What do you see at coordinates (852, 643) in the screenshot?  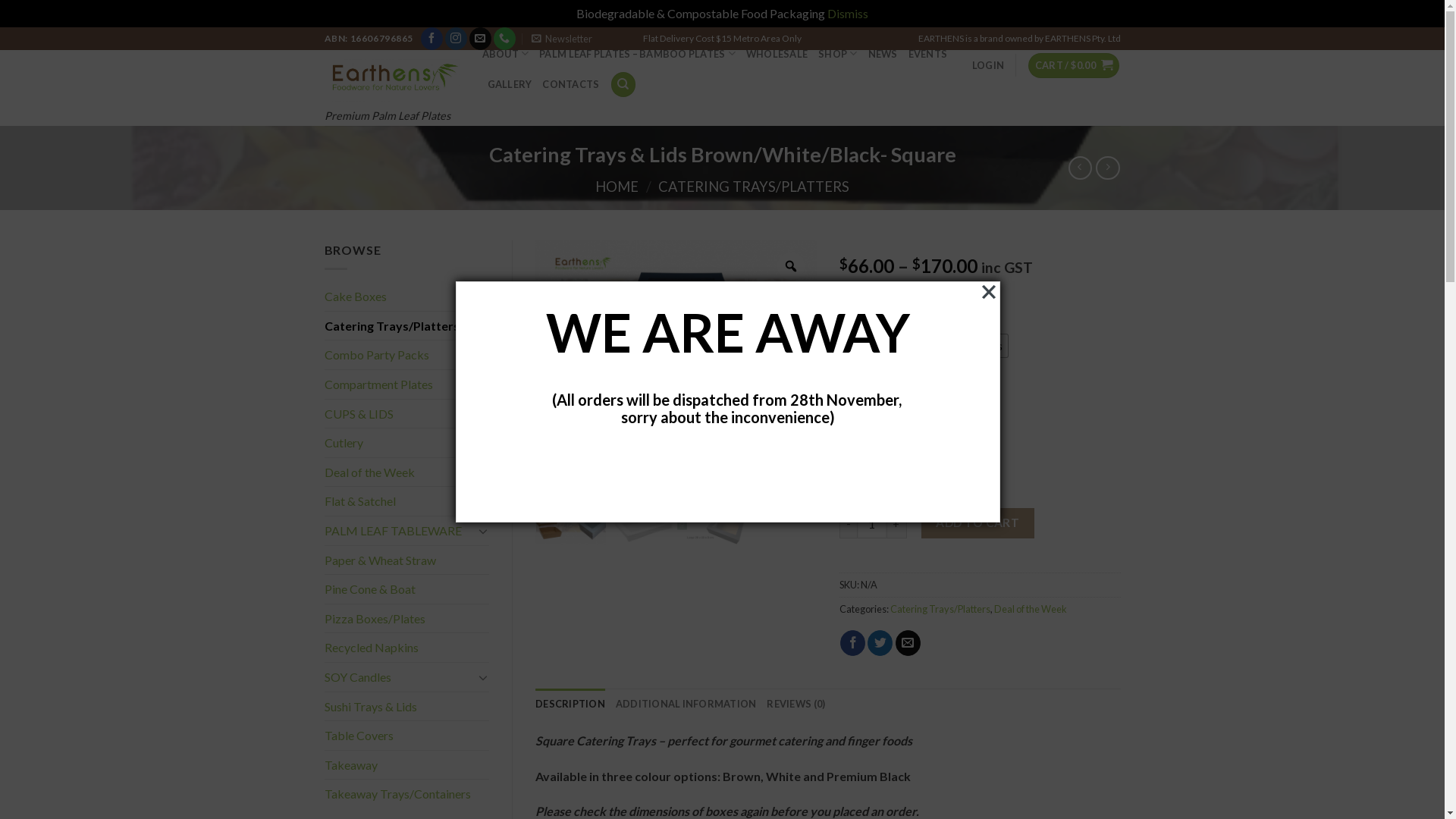 I see `'Share on Facebook'` at bounding box center [852, 643].